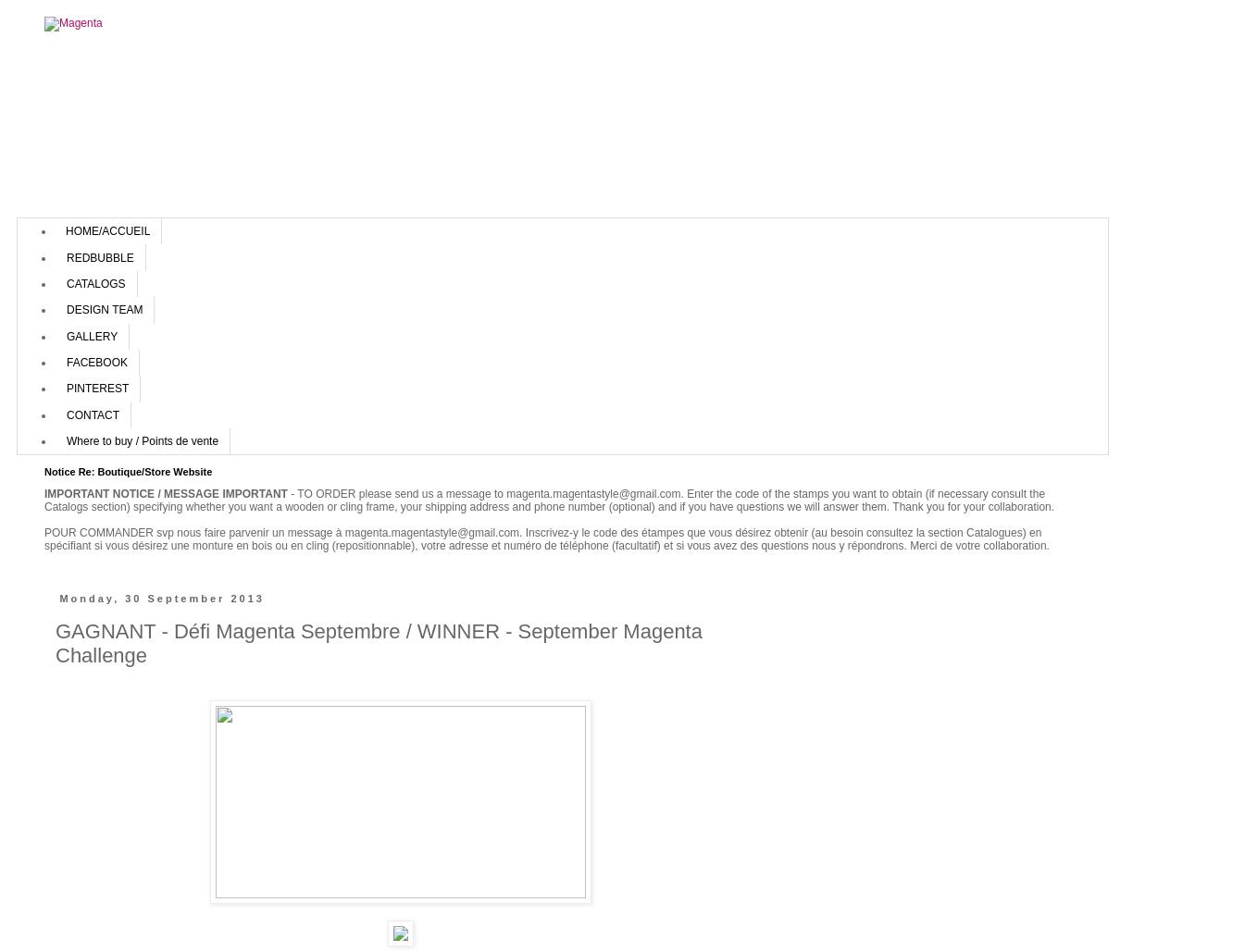 This screenshot has height=952, width=1257. Describe the element at coordinates (66, 256) in the screenshot. I see `'REDBUBBLE'` at that location.